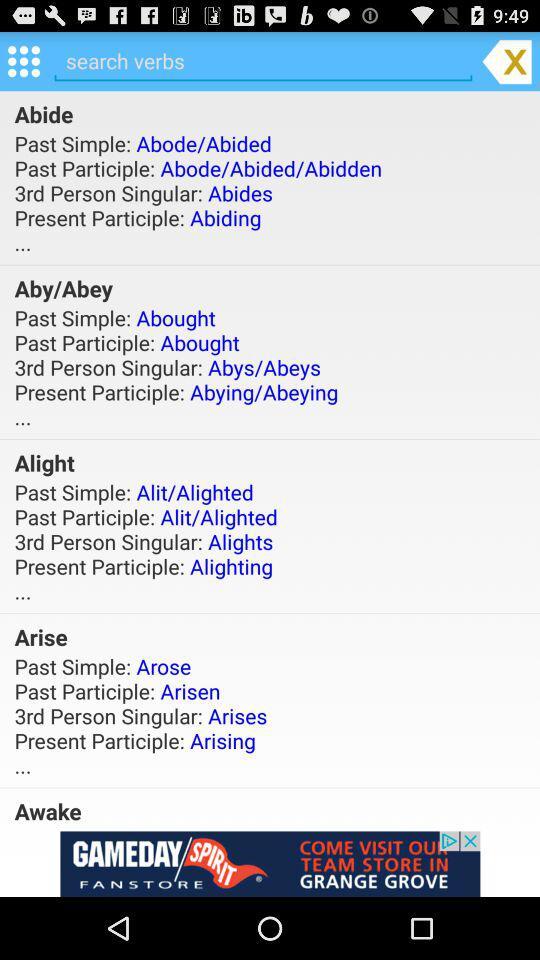 This screenshot has width=540, height=960. Describe the element at coordinates (263, 59) in the screenshot. I see `text` at that location.